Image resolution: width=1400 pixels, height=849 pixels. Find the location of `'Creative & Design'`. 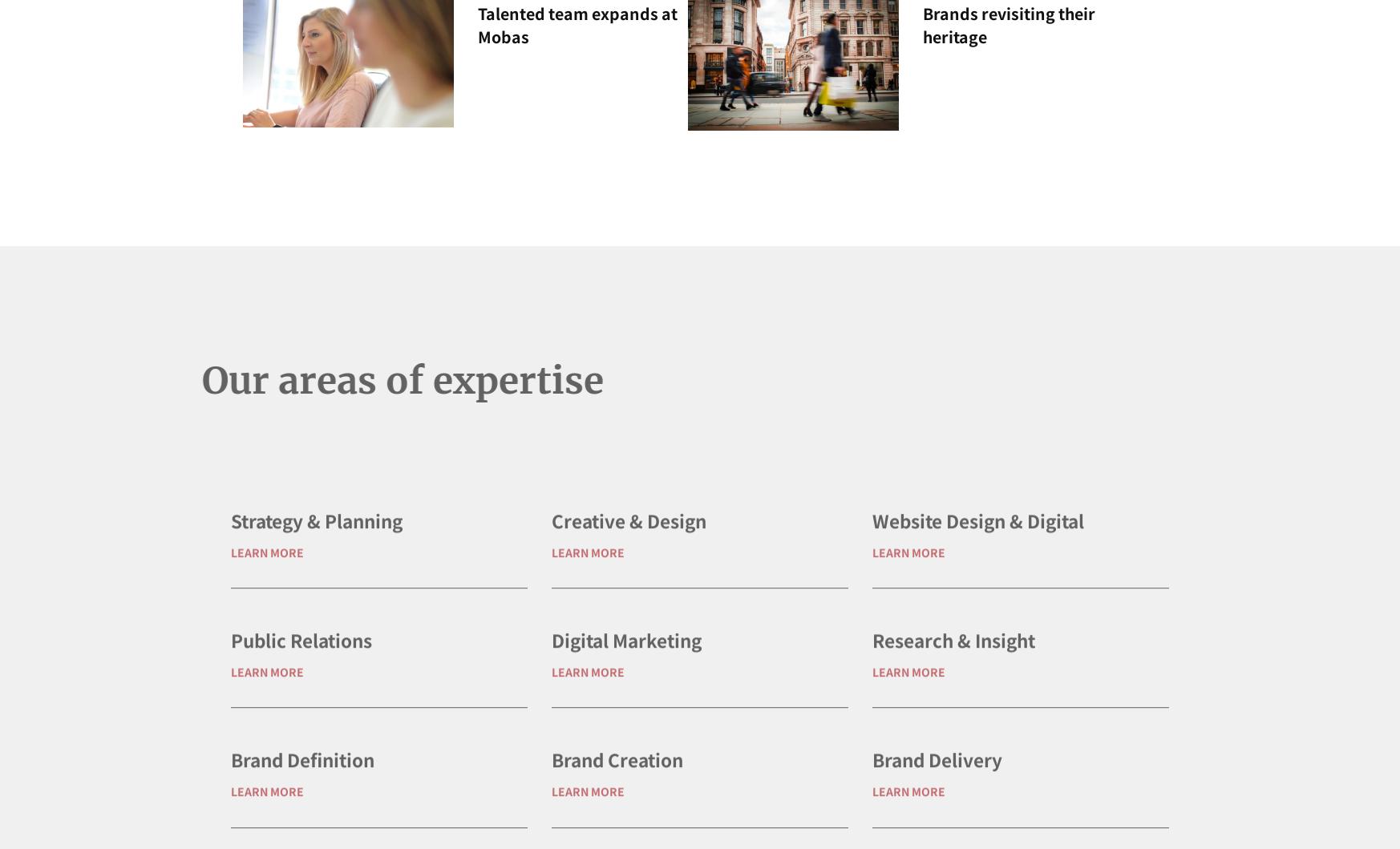

'Creative & Design' is located at coordinates (627, 570).